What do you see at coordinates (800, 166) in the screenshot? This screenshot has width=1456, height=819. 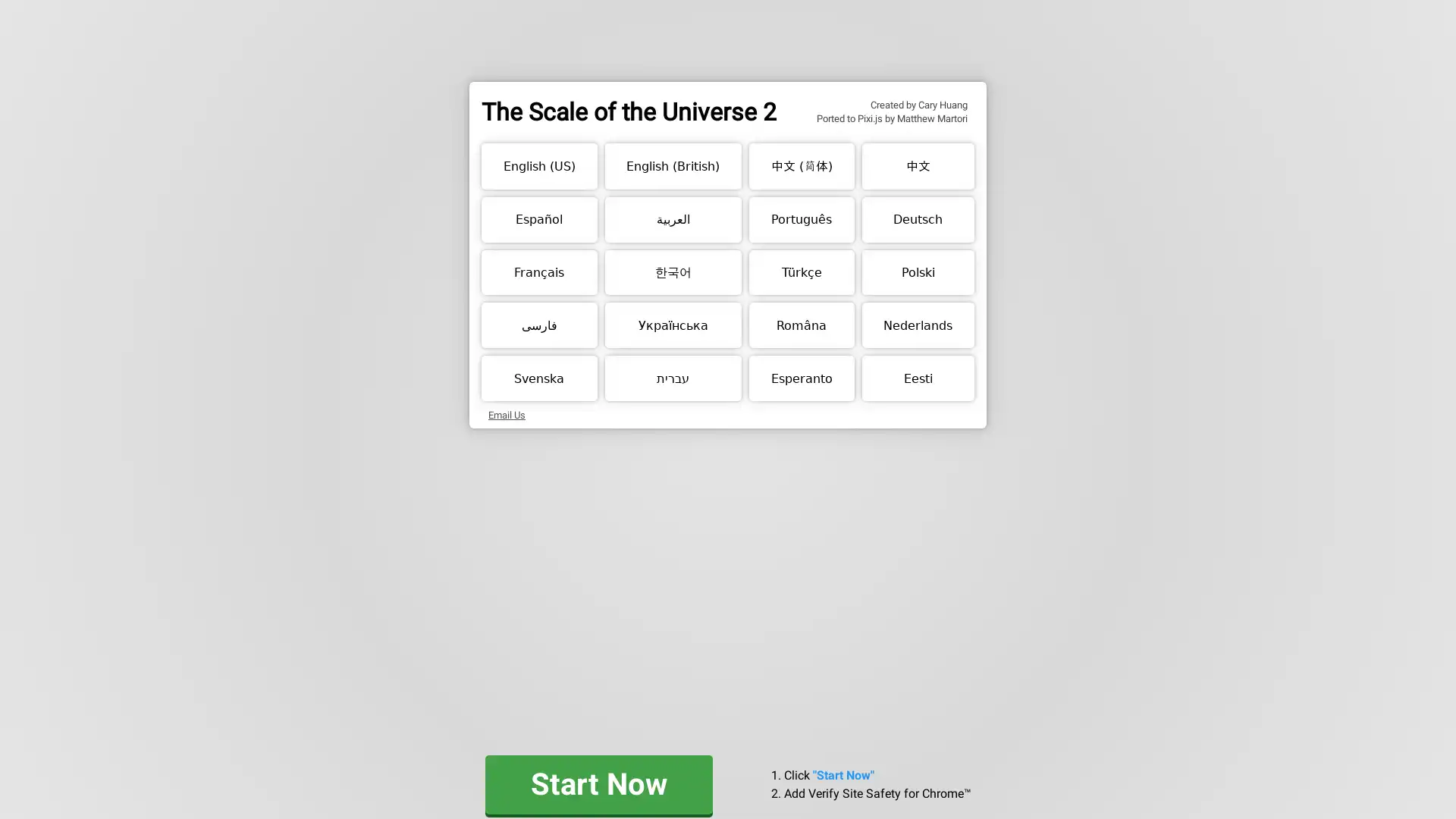 I see `()` at bounding box center [800, 166].